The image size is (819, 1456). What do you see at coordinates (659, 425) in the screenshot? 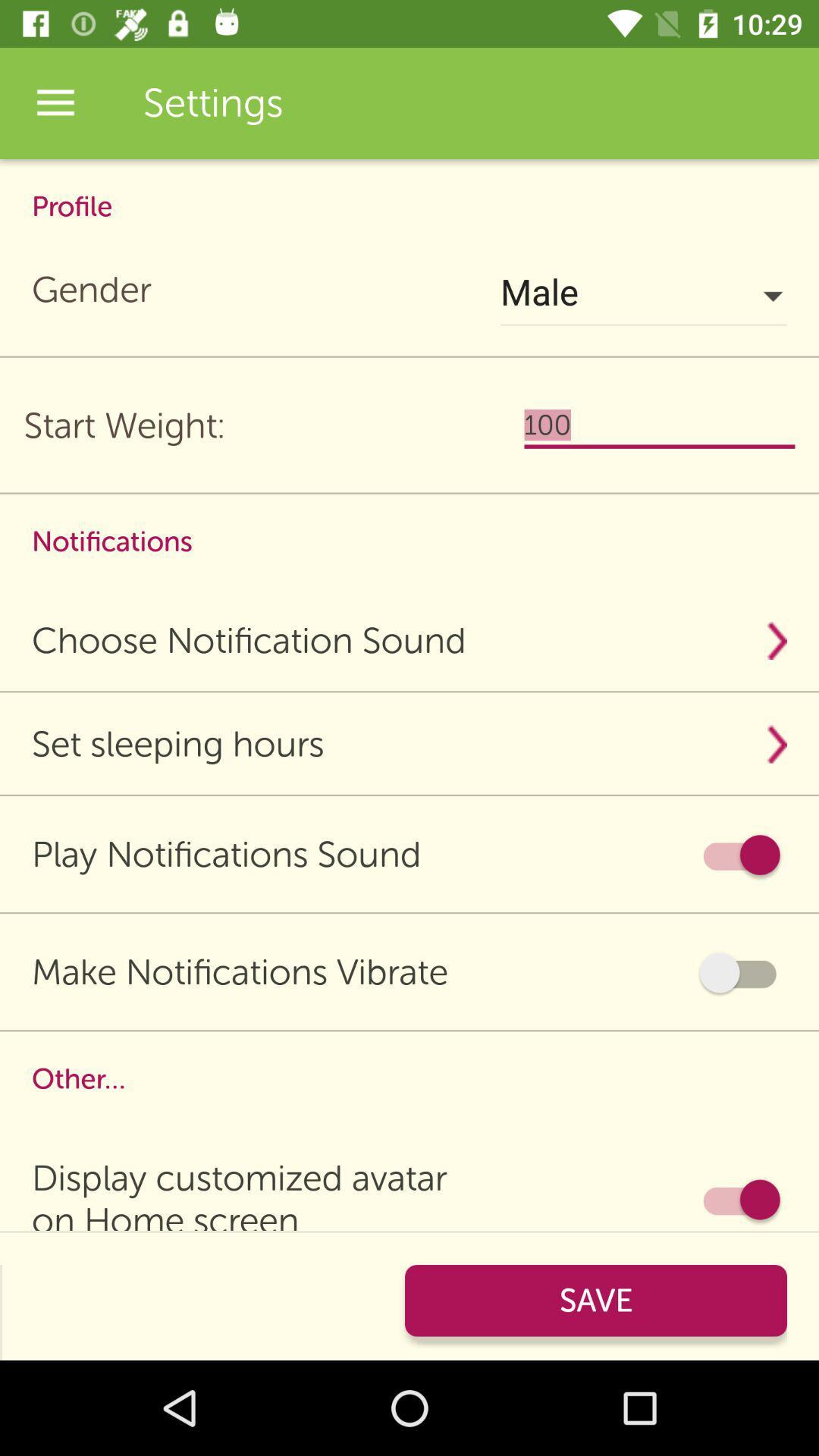
I see `to the right side of start weight below male` at bounding box center [659, 425].